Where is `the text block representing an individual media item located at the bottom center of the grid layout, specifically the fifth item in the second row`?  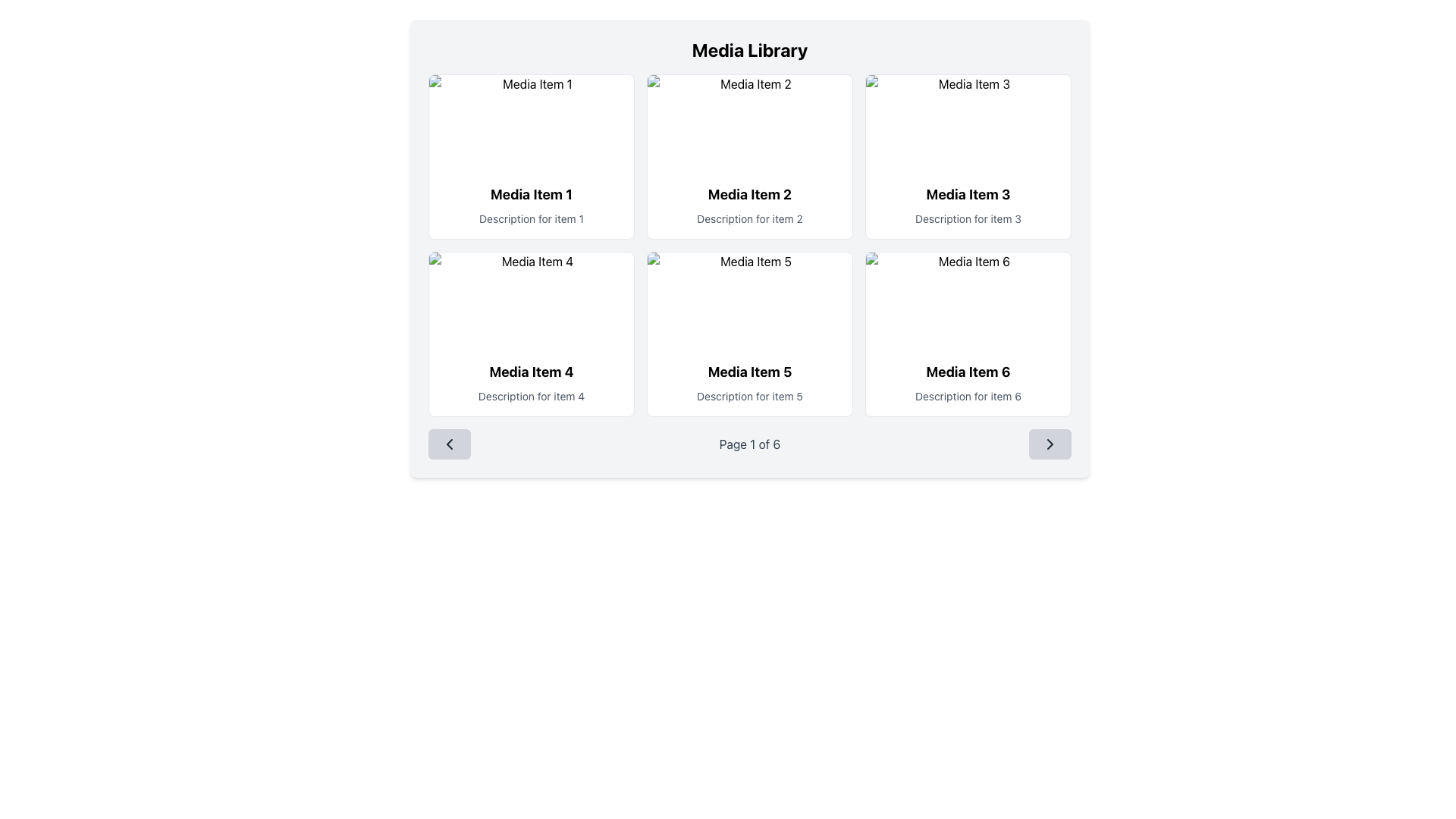 the text block representing an individual media item located at the bottom center of the grid layout, specifically the fifth item in the second row is located at coordinates (749, 382).